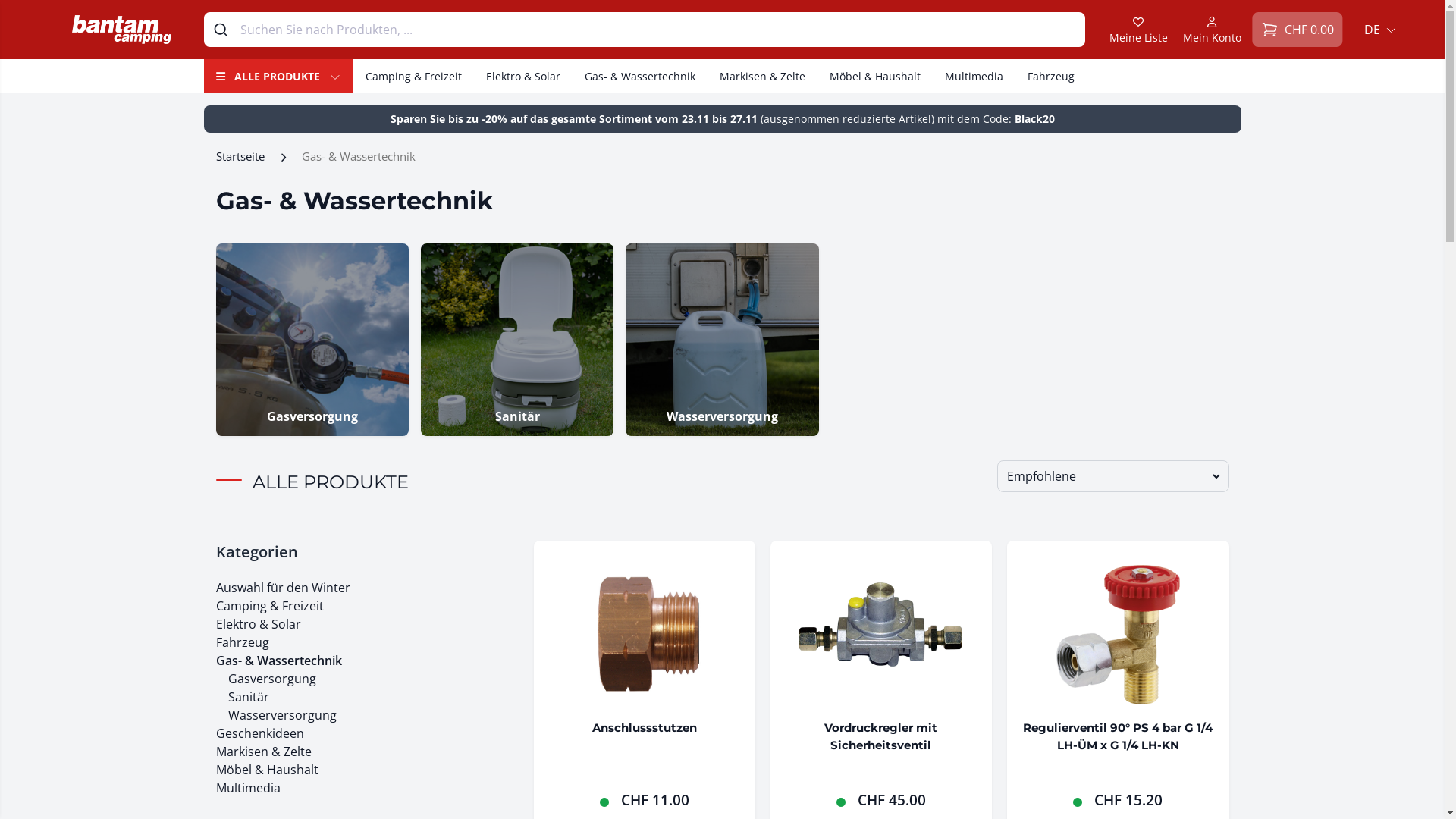  What do you see at coordinates (974, 76) in the screenshot?
I see `'Multimedia'` at bounding box center [974, 76].